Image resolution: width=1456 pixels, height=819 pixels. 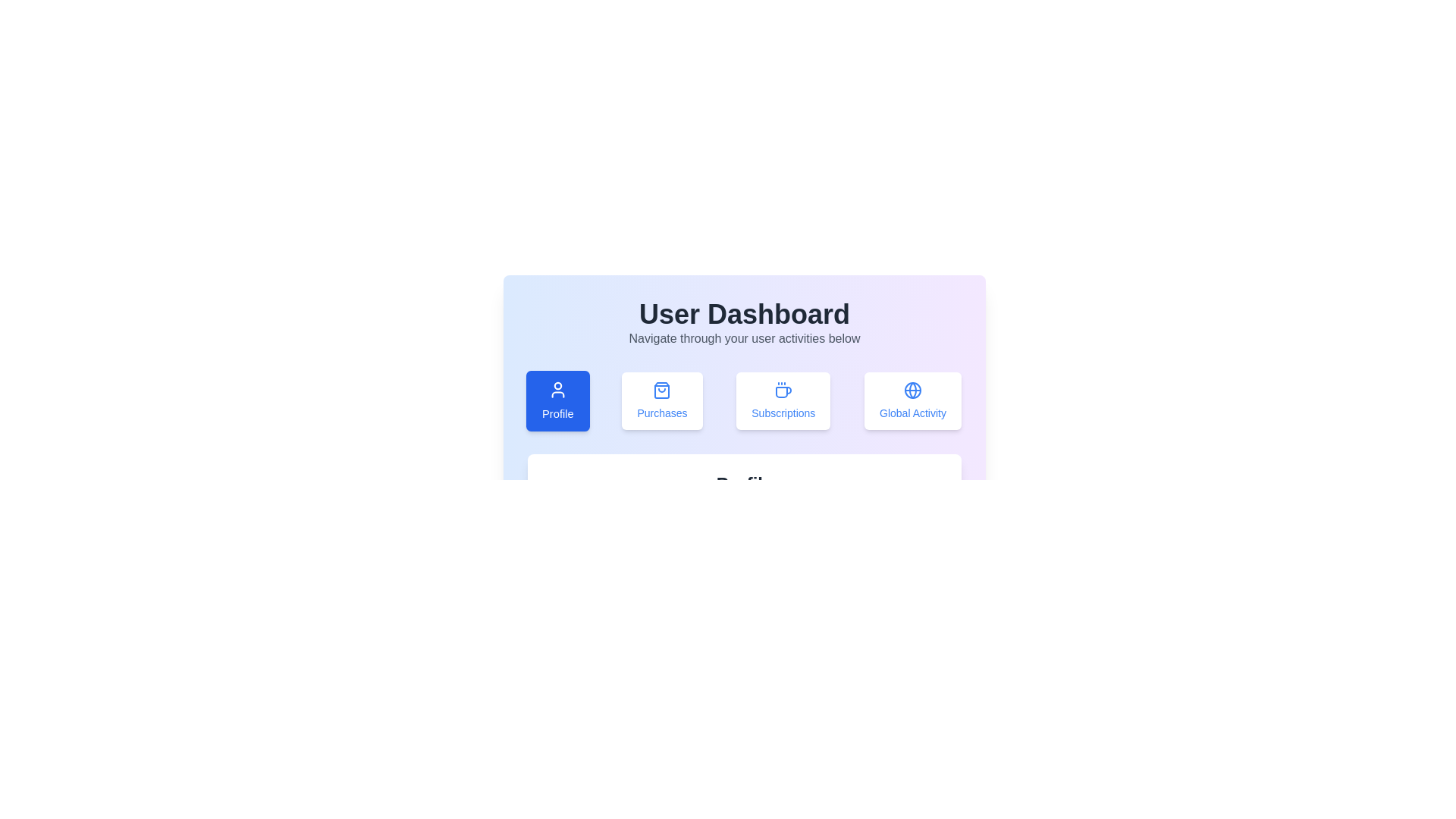 What do you see at coordinates (783, 400) in the screenshot?
I see `the Subscriptions tab to view its content` at bounding box center [783, 400].